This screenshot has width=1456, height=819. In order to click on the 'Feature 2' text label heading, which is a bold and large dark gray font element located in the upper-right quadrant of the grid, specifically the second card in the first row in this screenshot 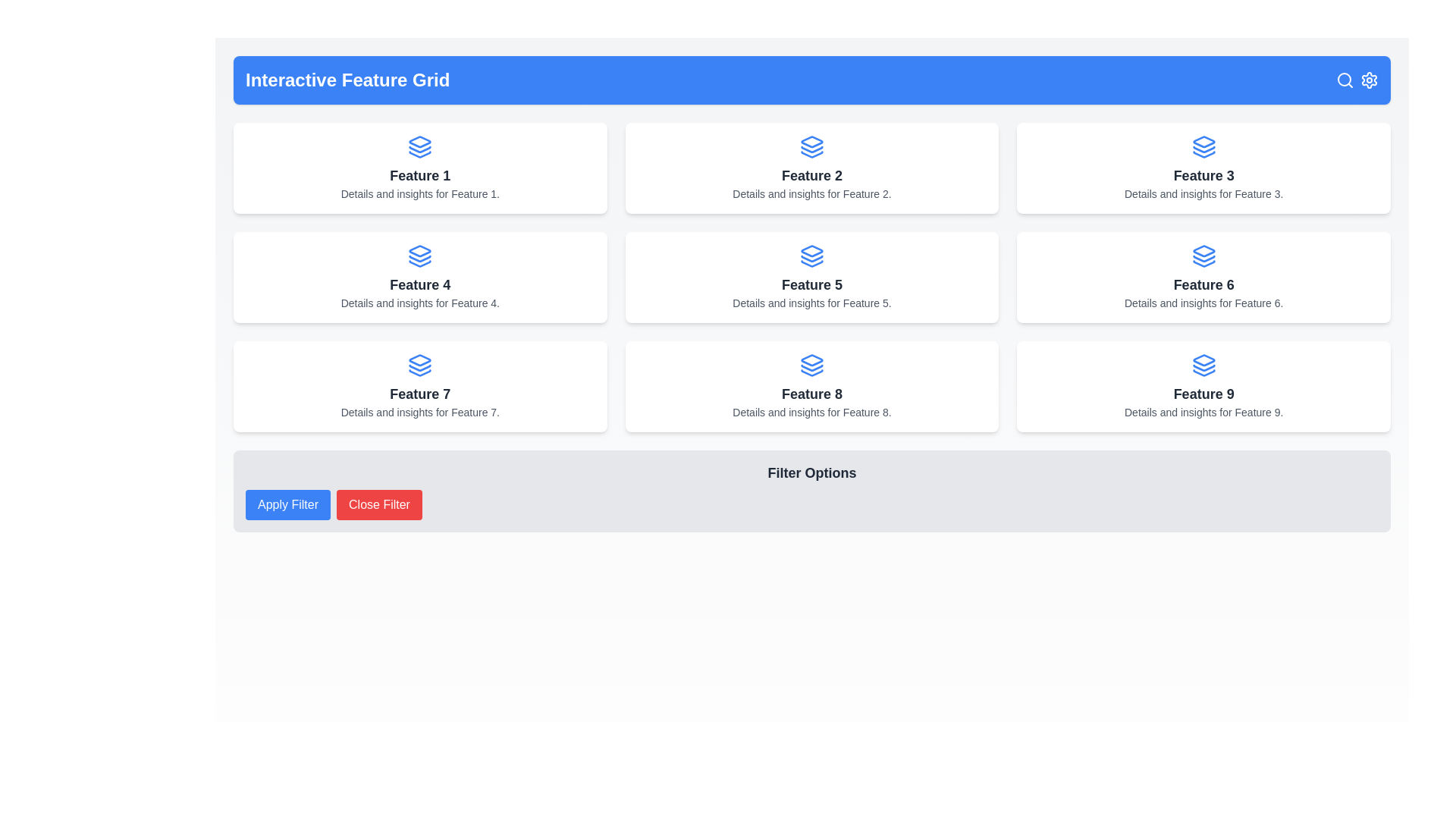, I will do `click(811, 174)`.